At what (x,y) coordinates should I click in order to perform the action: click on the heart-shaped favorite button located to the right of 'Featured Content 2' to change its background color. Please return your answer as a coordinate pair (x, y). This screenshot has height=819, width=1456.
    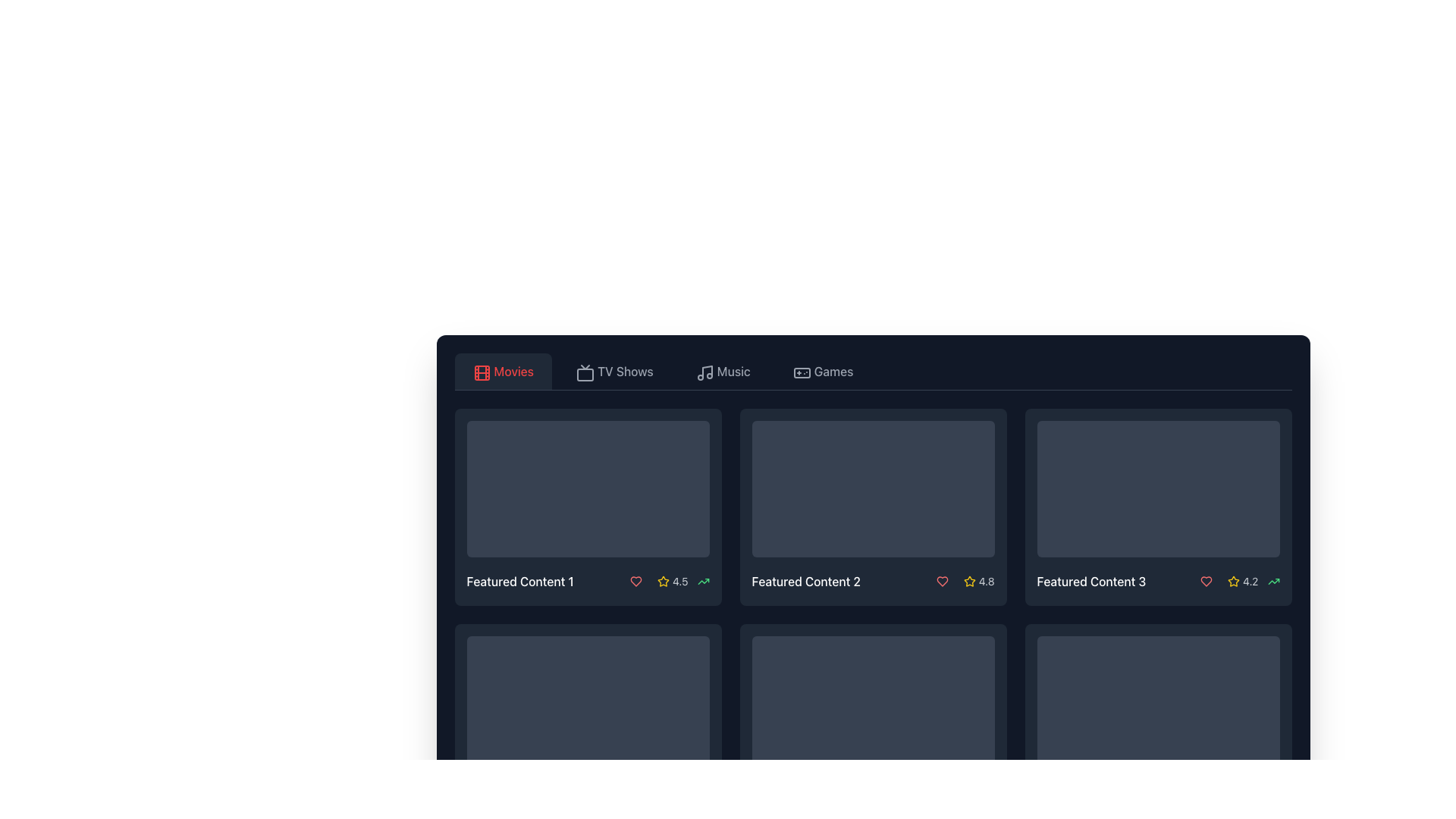
    Looking at the image, I should click on (941, 581).